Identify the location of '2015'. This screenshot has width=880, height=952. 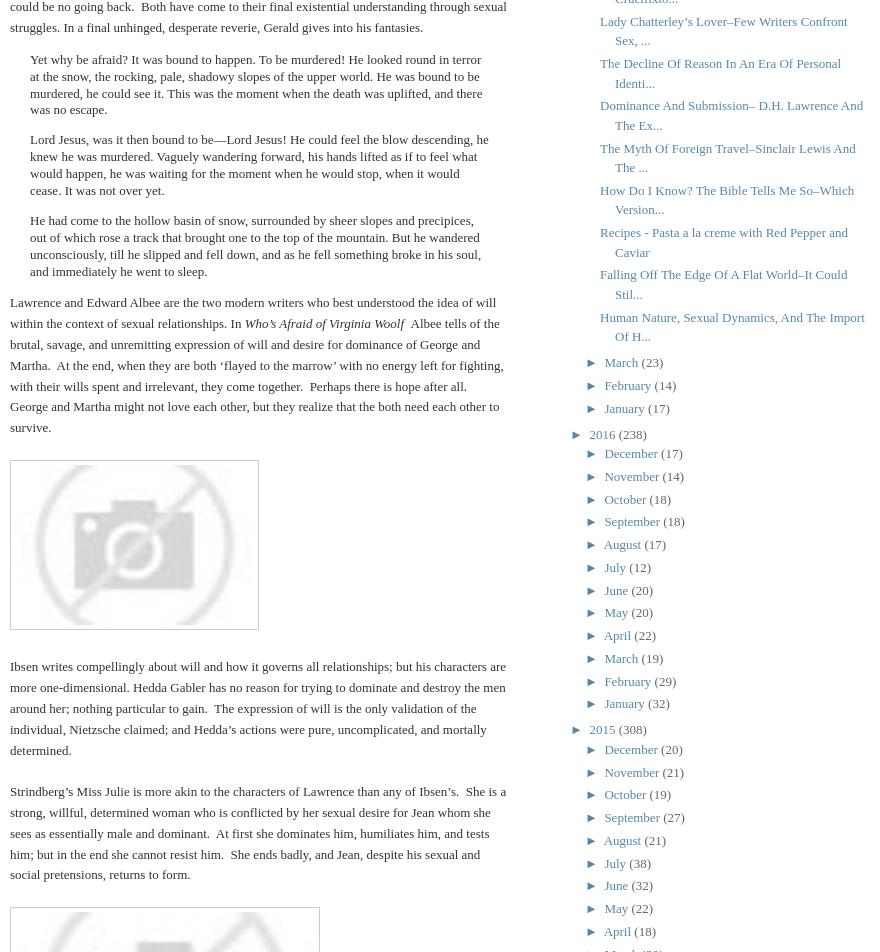
(587, 729).